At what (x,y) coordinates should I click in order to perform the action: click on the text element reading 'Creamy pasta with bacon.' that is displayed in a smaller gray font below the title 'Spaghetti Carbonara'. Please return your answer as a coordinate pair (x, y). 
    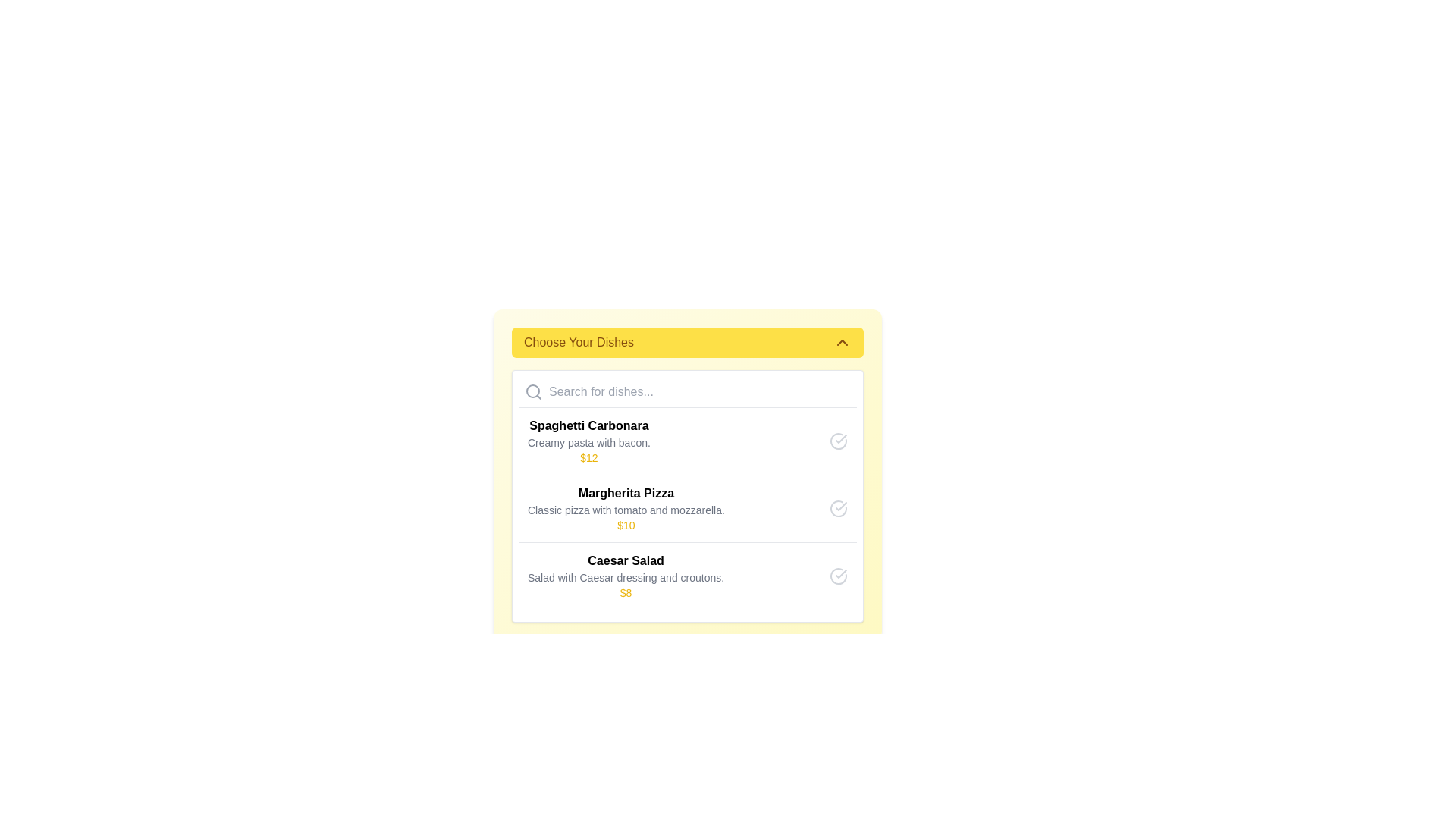
    Looking at the image, I should click on (588, 442).